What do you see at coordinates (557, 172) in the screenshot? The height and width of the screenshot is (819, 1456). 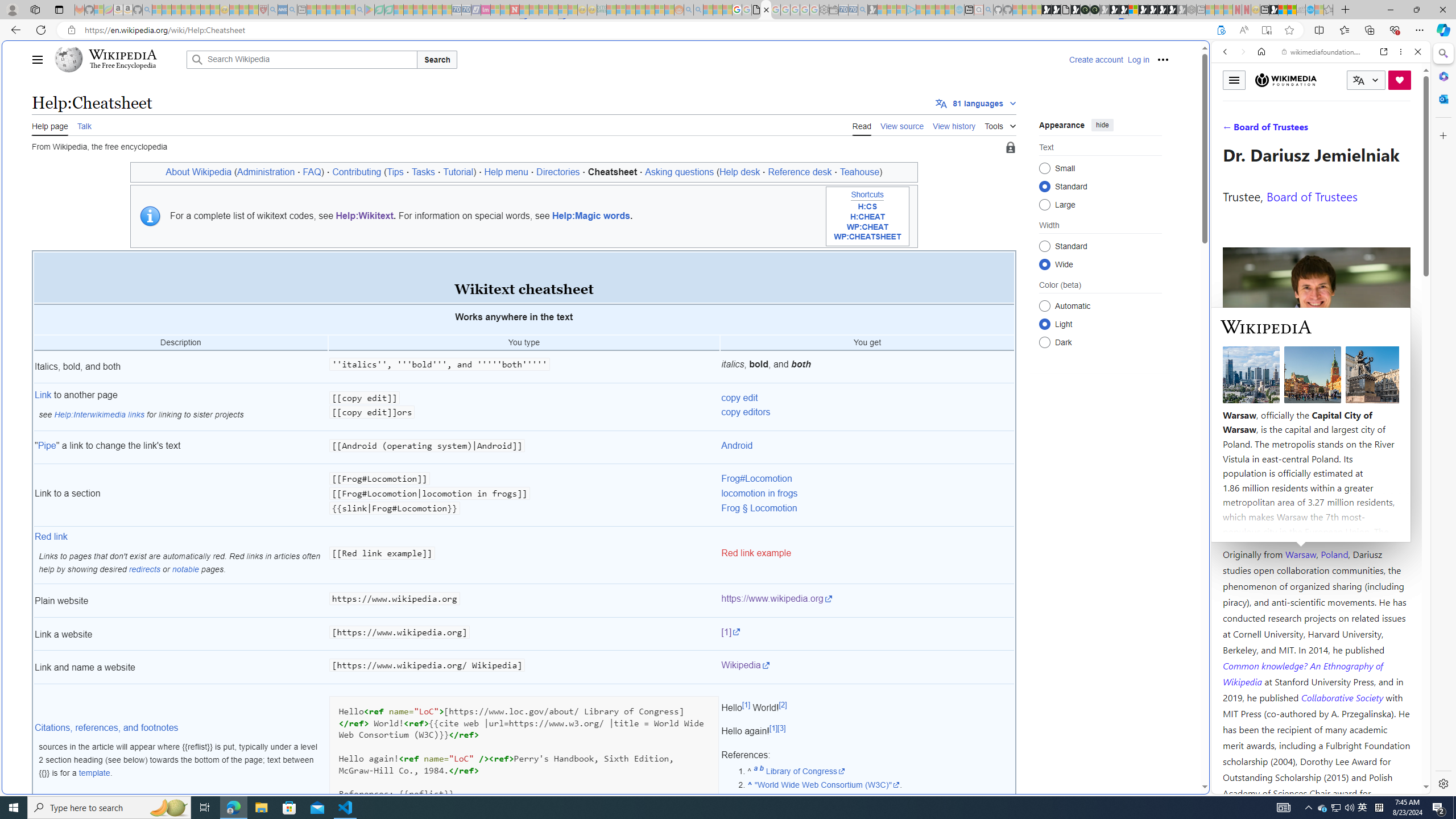 I see `'Directories'` at bounding box center [557, 172].